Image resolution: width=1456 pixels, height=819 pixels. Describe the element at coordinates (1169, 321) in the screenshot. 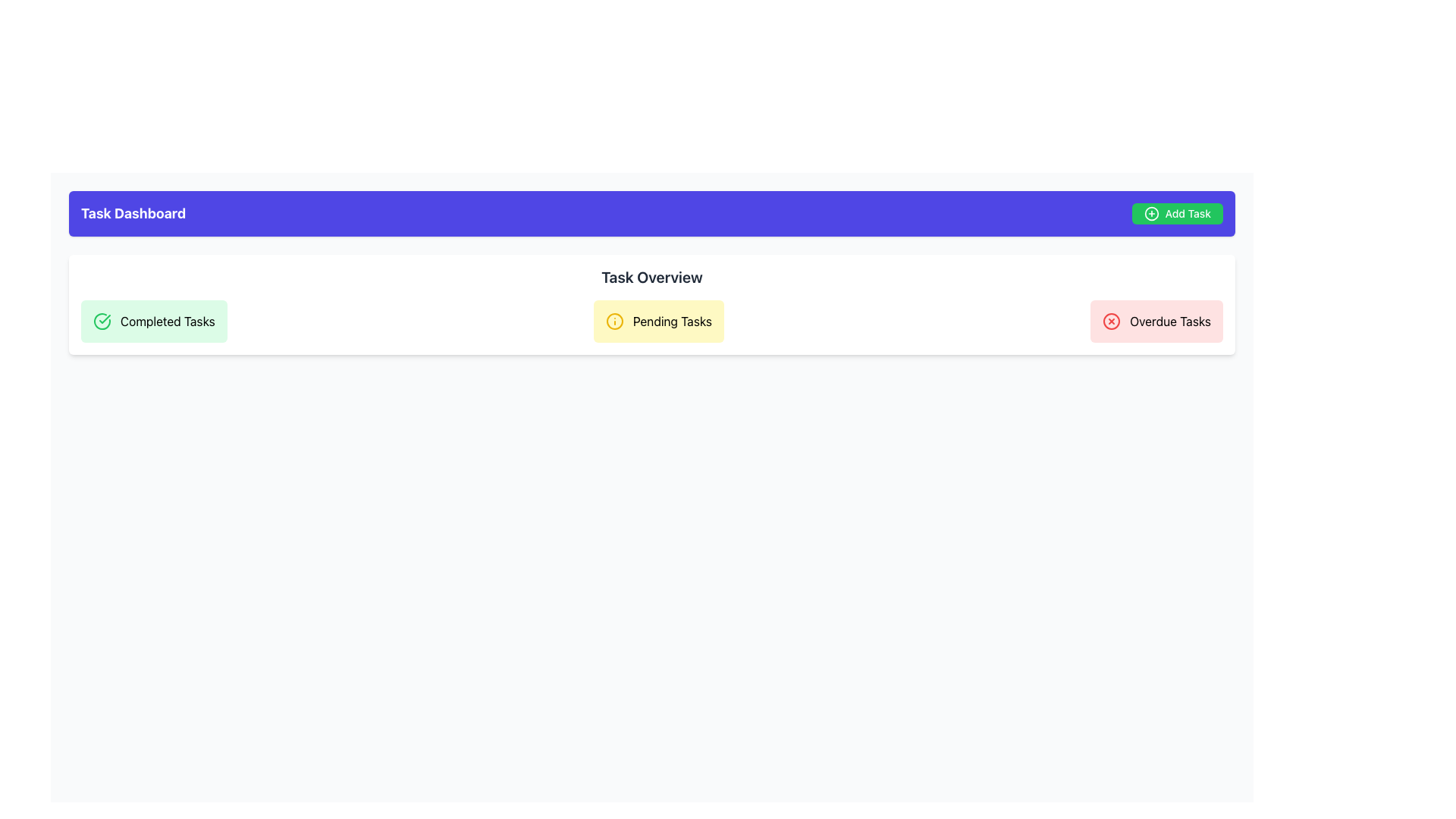

I see `the 'Overdue Tasks' Text Label` at that location.